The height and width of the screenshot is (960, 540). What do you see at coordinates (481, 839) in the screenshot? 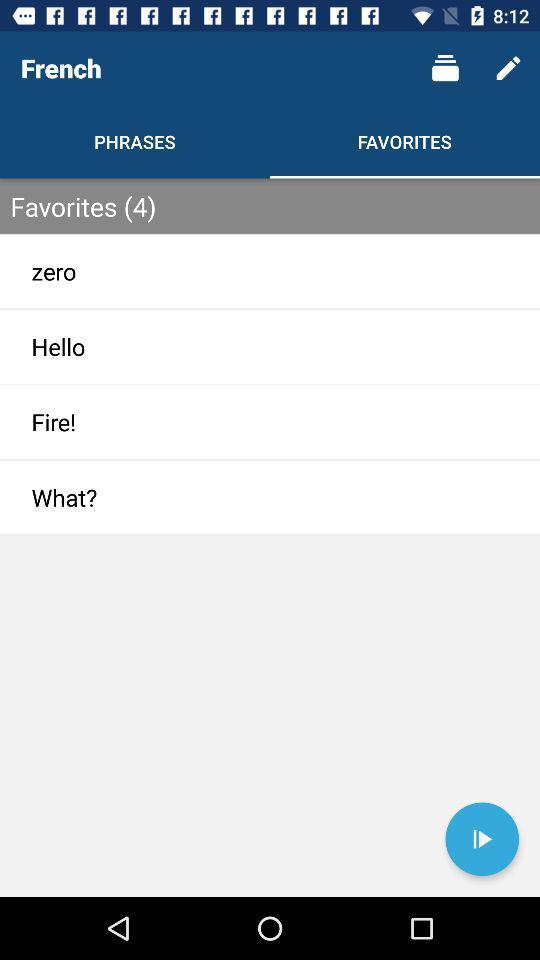
I see `the icon at the bottom right corner` at bounding box center [481, 839].